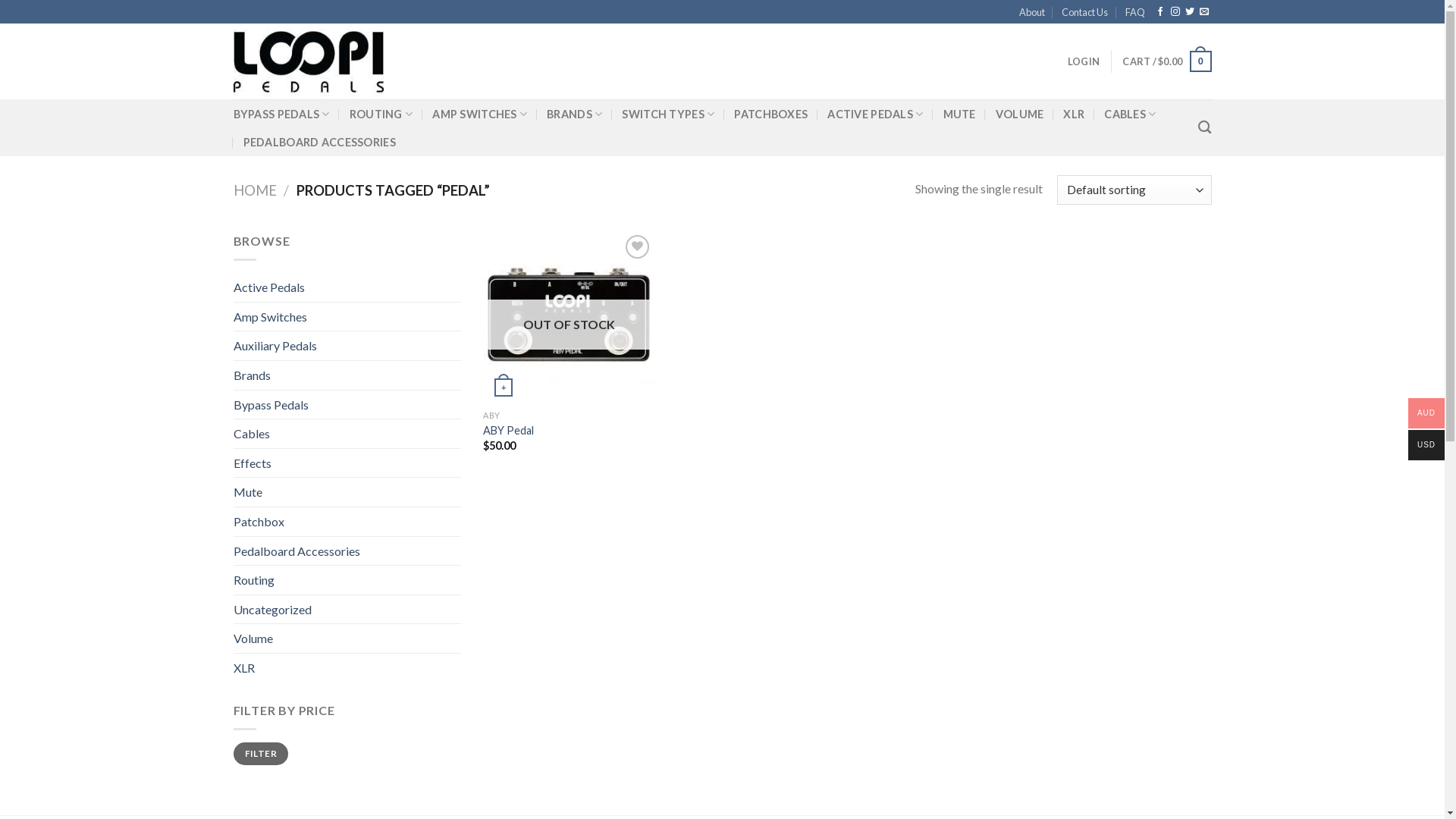  What do you see at coordinates (1159, 11) in the screenshot?
I see `'Follow on Facebook'` at bounding box center [1159, 11].